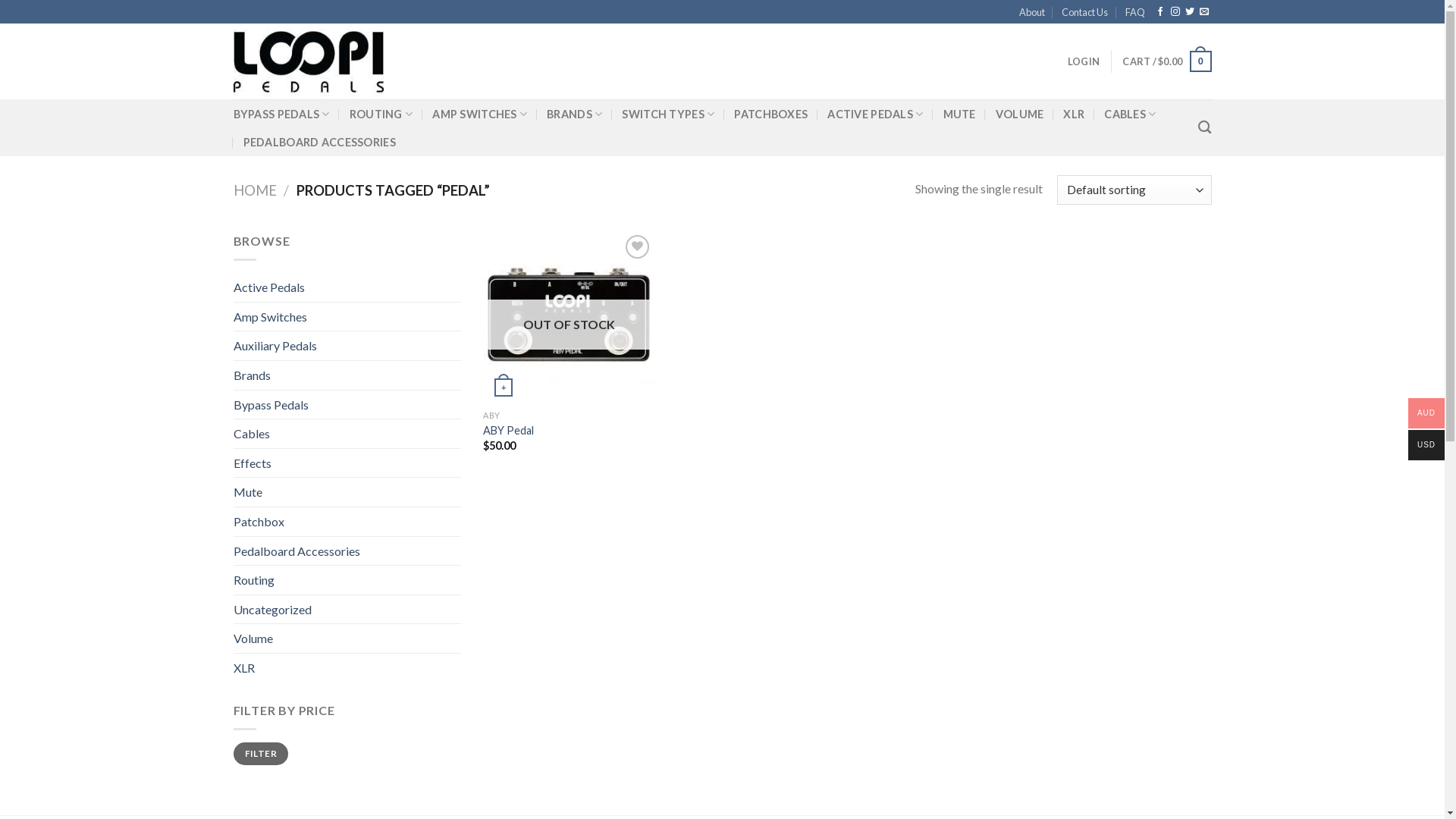  What do you see at coordinates (1159, 11) in the screenshot?
I see `'Follow on Facebook'` at bounding box center [1159, 11].